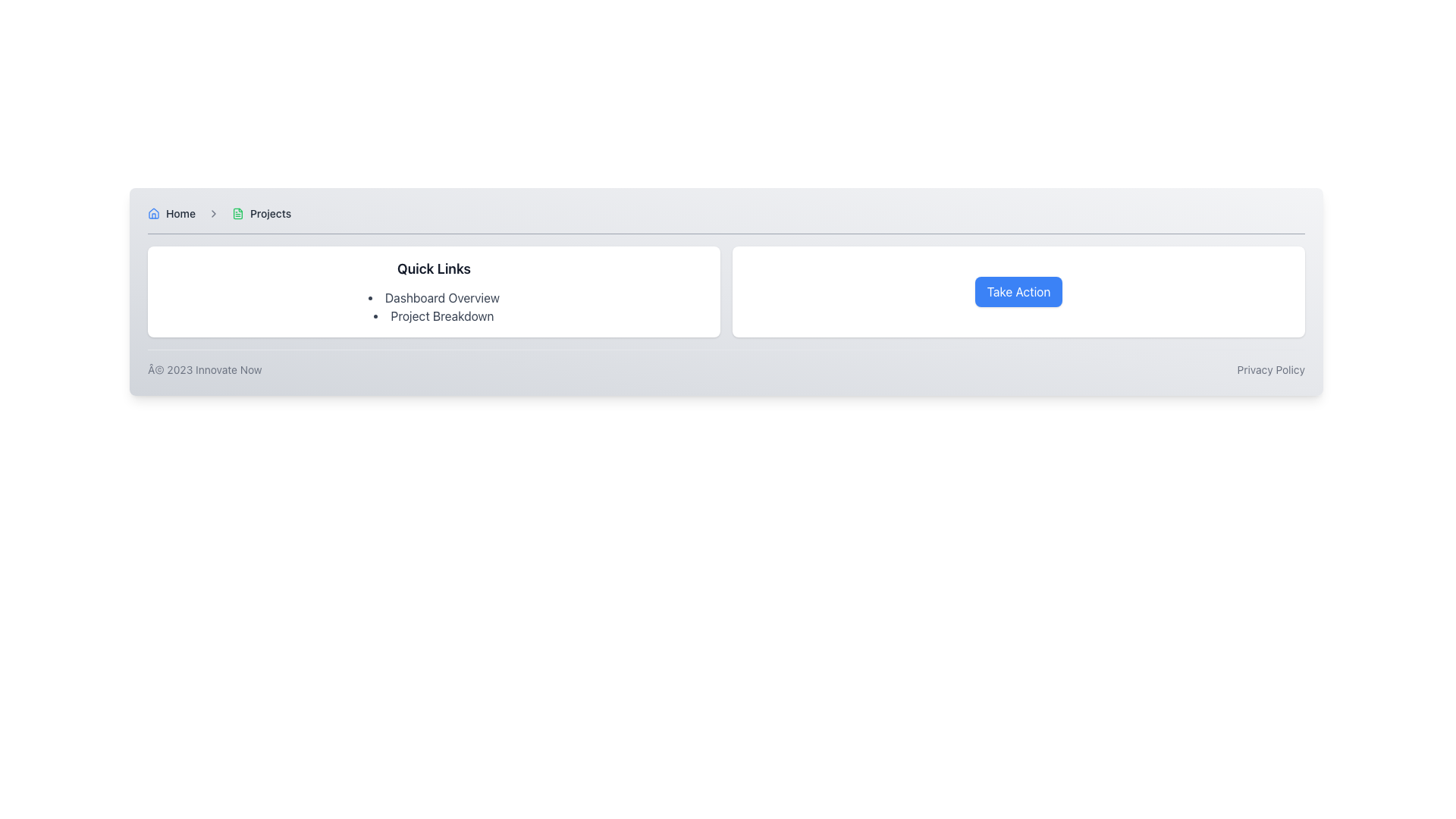 This screenshot has height=819, width=1456. What do you see at coordinates (1271, 370) in the screenshot?
I see `the clickable hyperlink in the footer section that directs users to the privacy policy, located beside '© 2023 Innovate Now'` at bounding box center [1271, 370].